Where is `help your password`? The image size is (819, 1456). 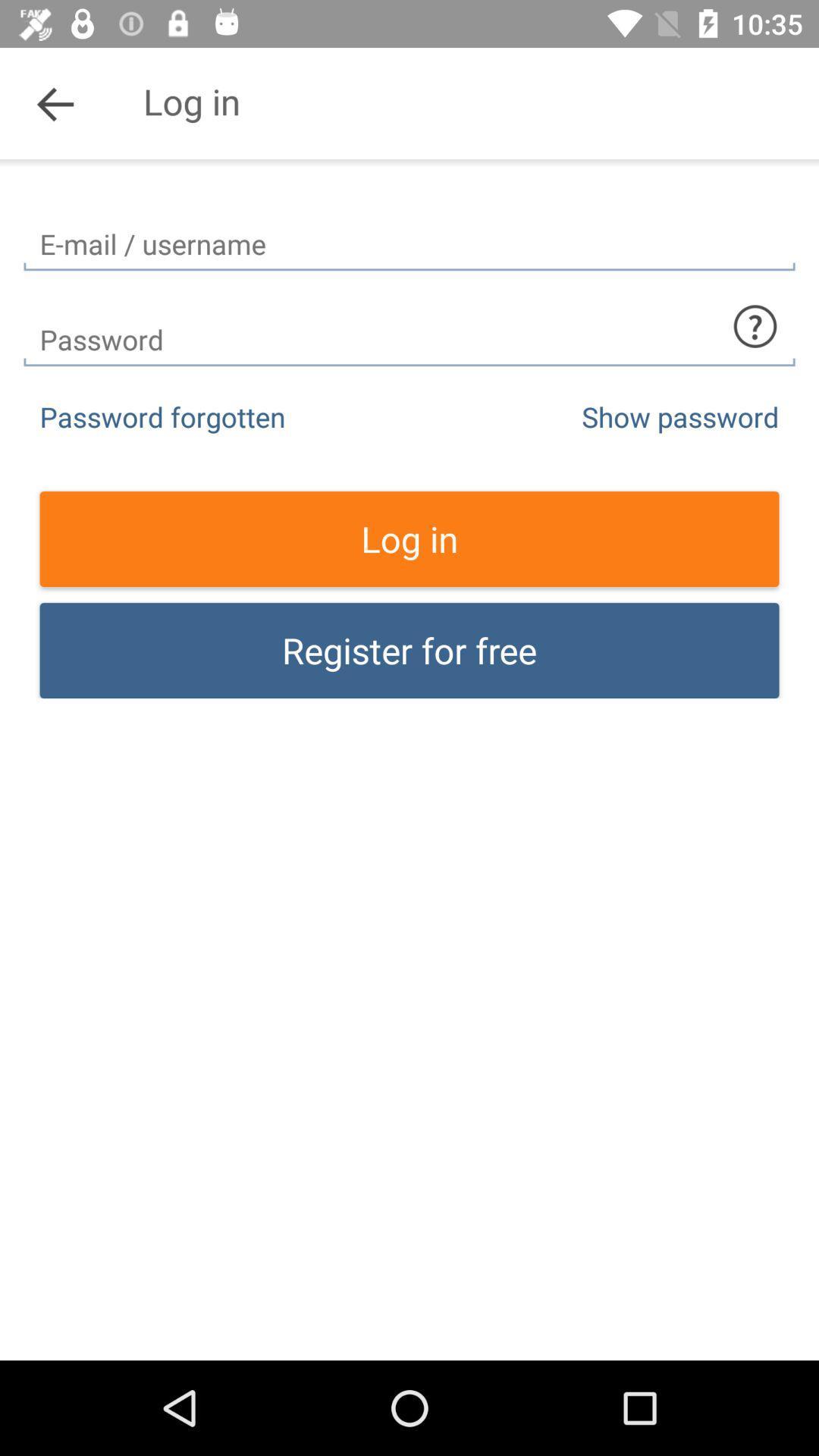
help your password is located at coordinates (755, 325).